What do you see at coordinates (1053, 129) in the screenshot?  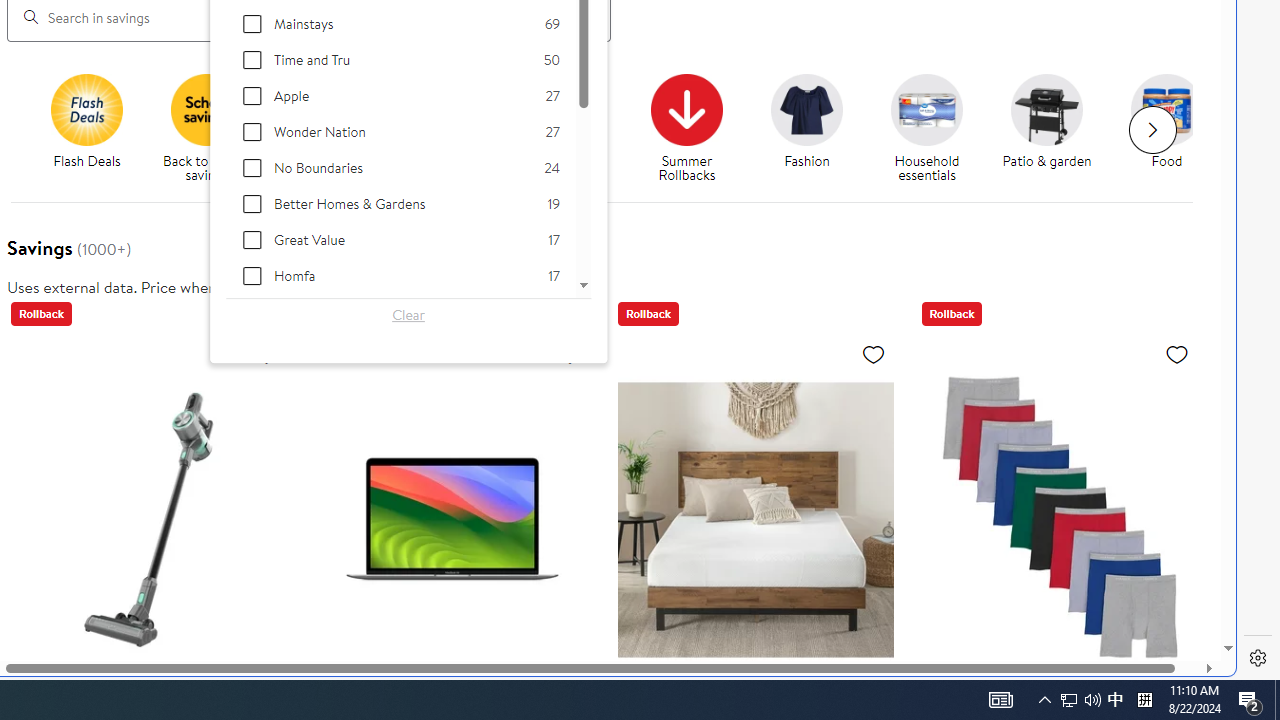 I see `'Patio & garden'` at bounding box center [1053, 129].